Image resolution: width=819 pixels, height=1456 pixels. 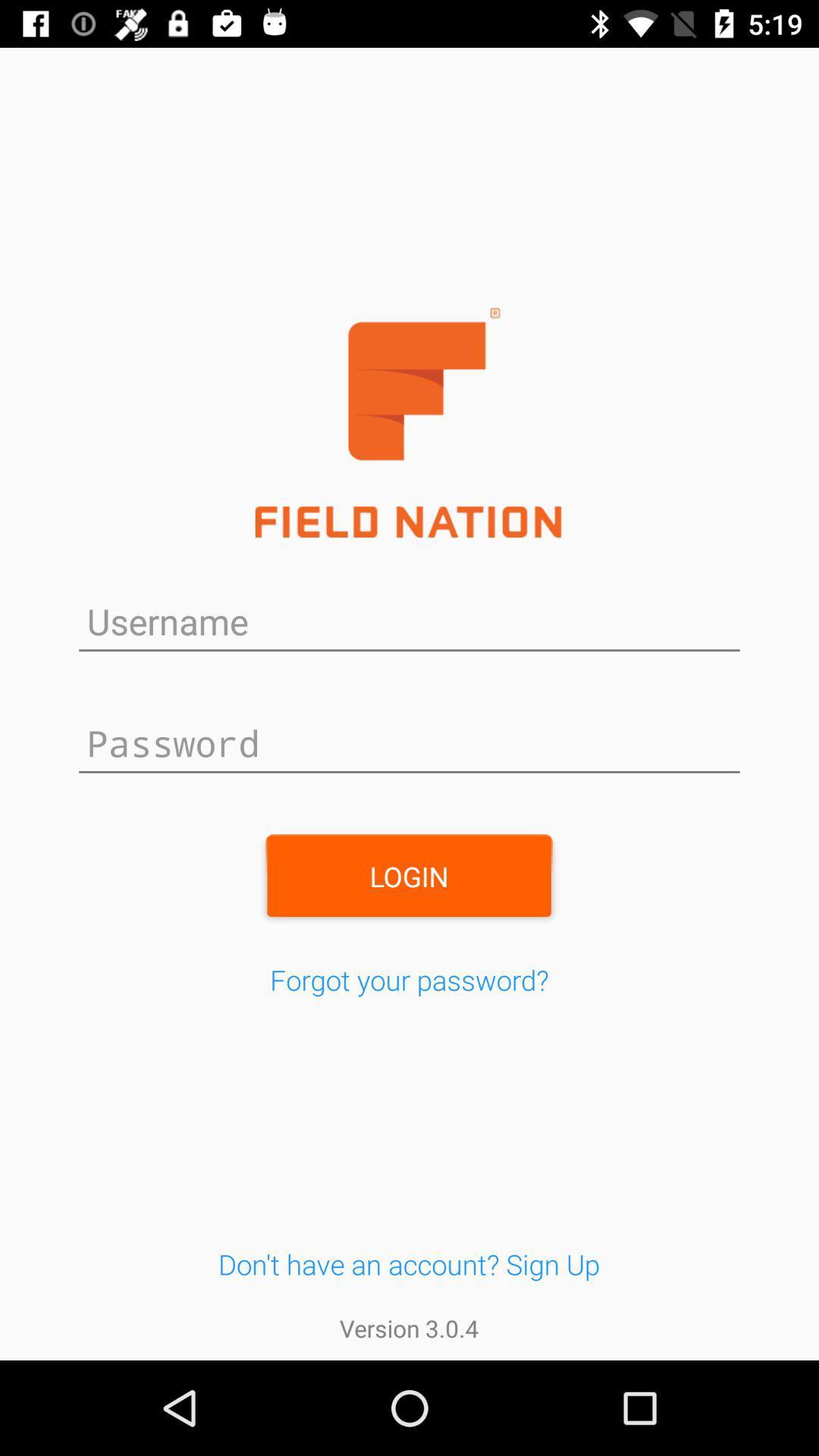 I want to click on don t have button, so click(x=408, y=1264).